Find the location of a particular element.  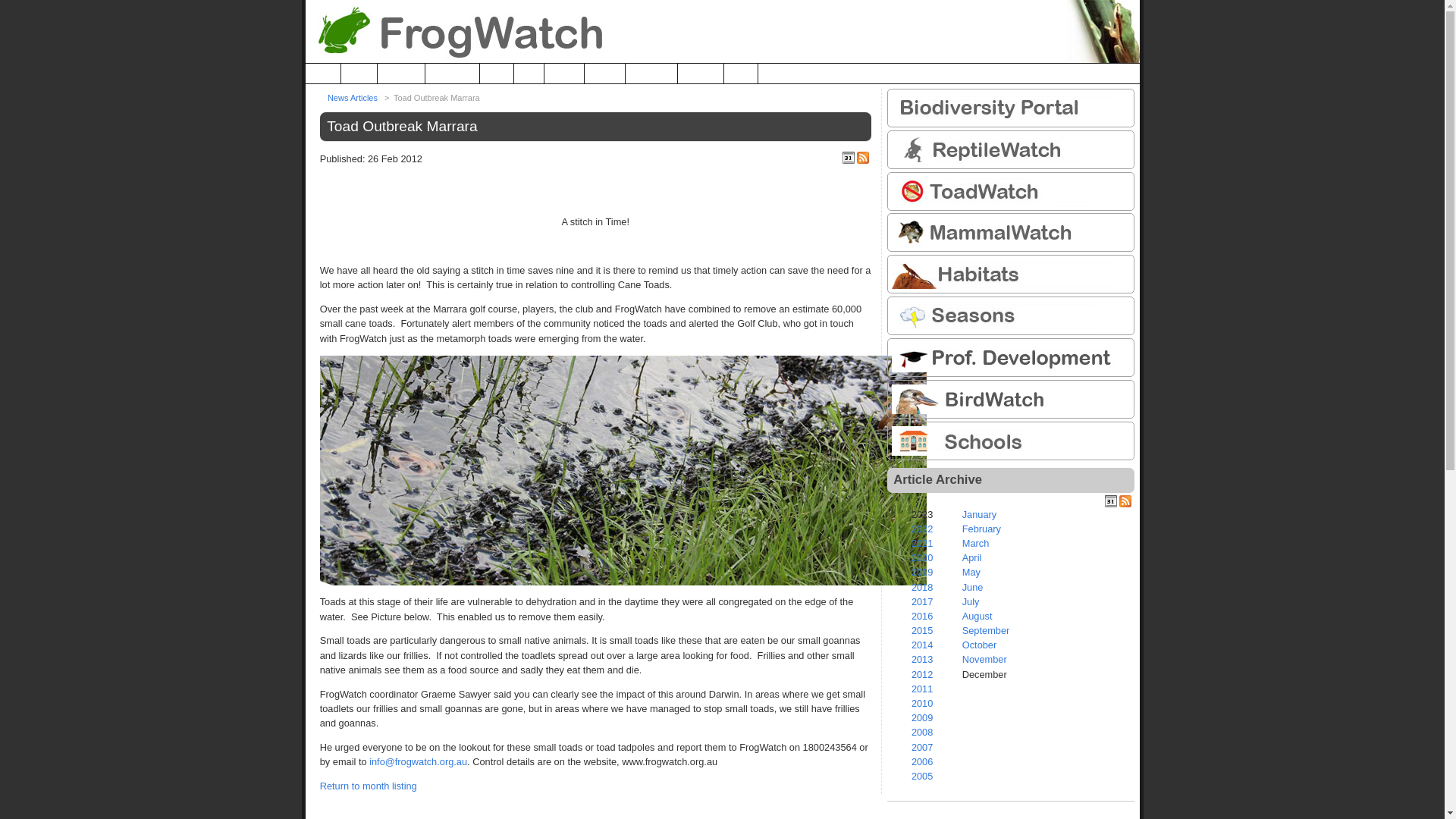

'February' is located at coordinates (981, 528).